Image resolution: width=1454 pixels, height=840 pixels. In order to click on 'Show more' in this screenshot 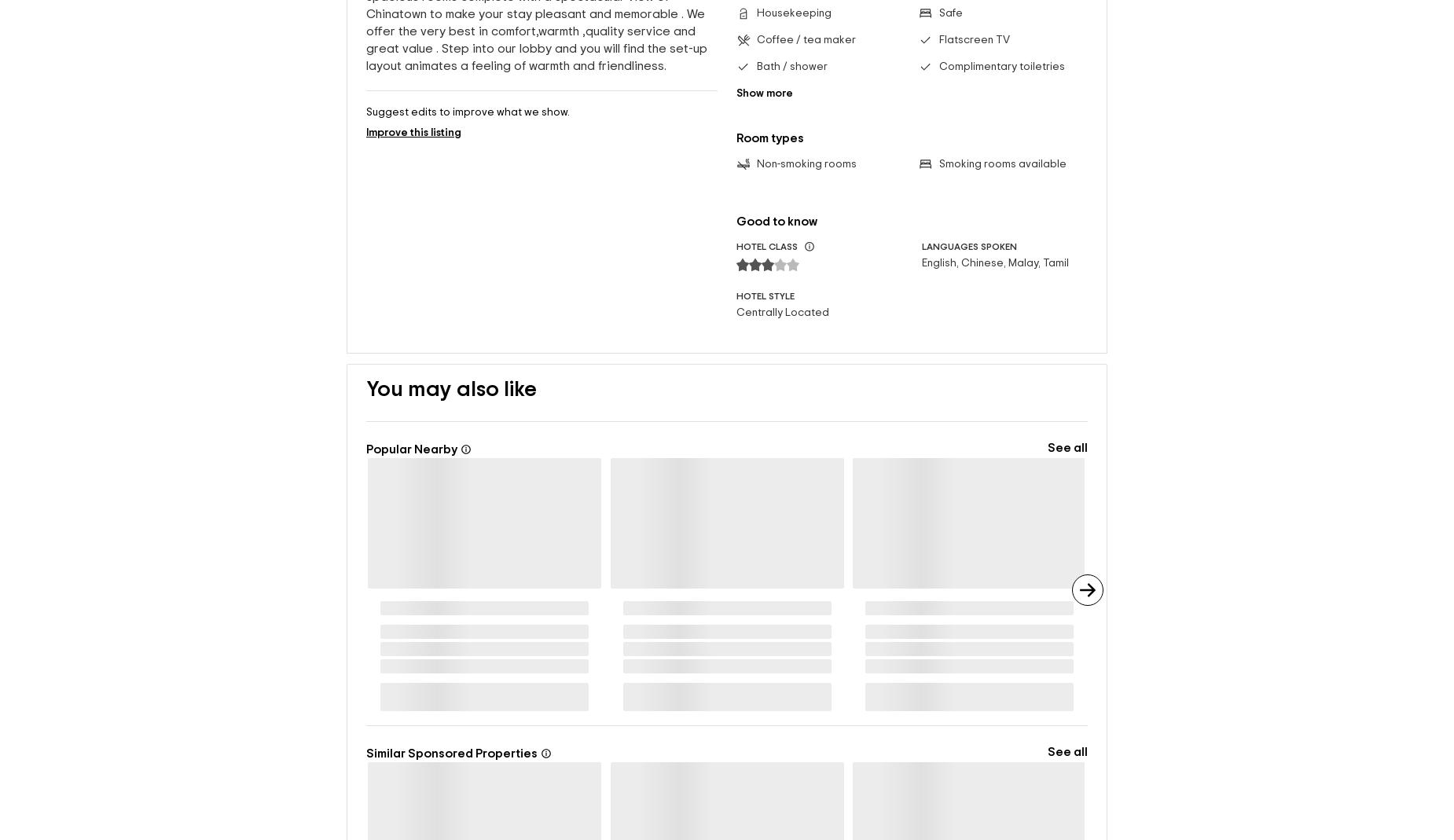, I will do `click(763, 93)`.